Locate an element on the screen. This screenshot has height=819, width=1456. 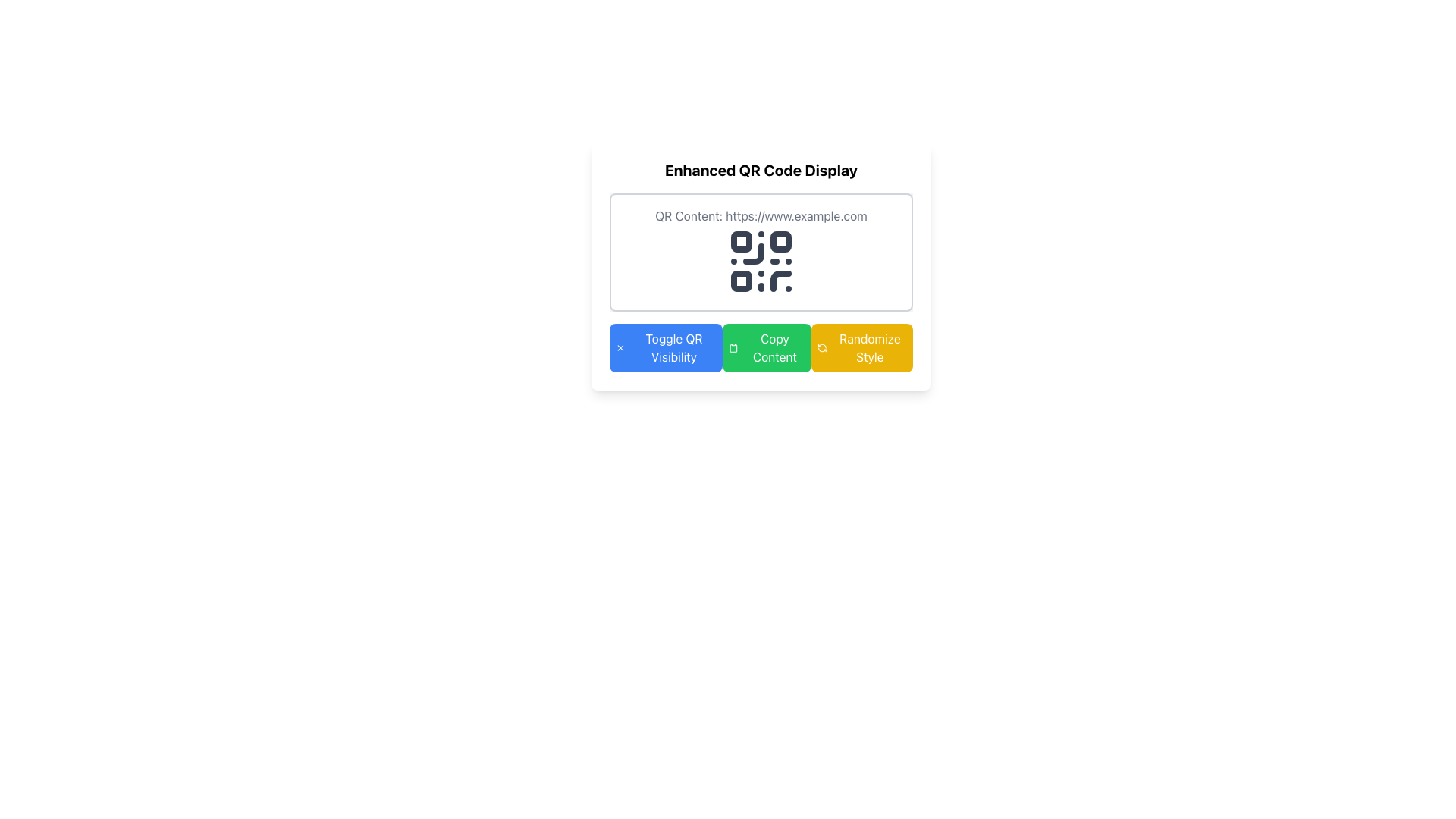
the graphical decoration element that is a segment of the QR code structure, located in the upper-left section of the QR code visualization is located at coordinates (753, 253).